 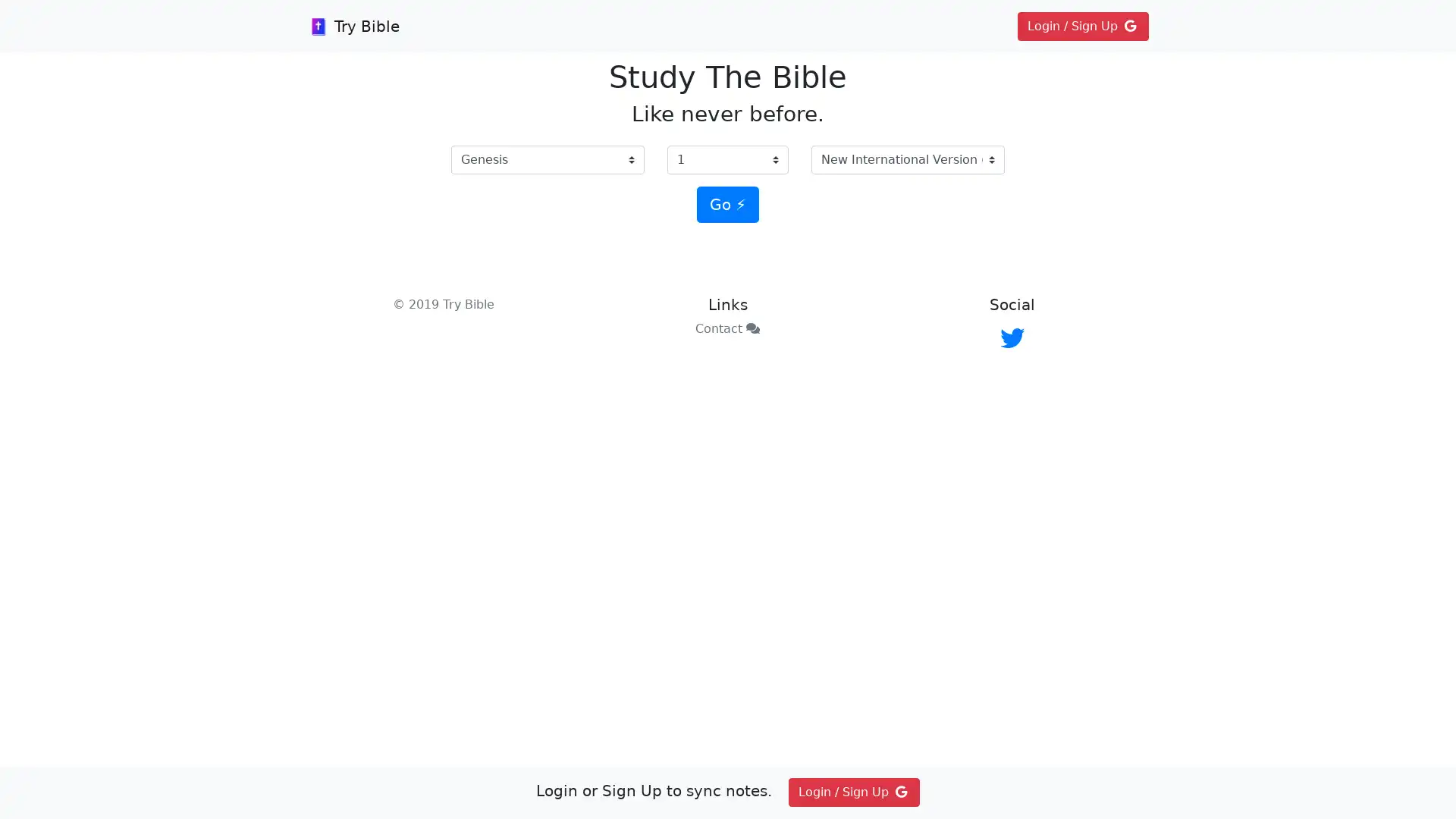 I want to click on Login / Sign Up, so click(x=854, y=792).